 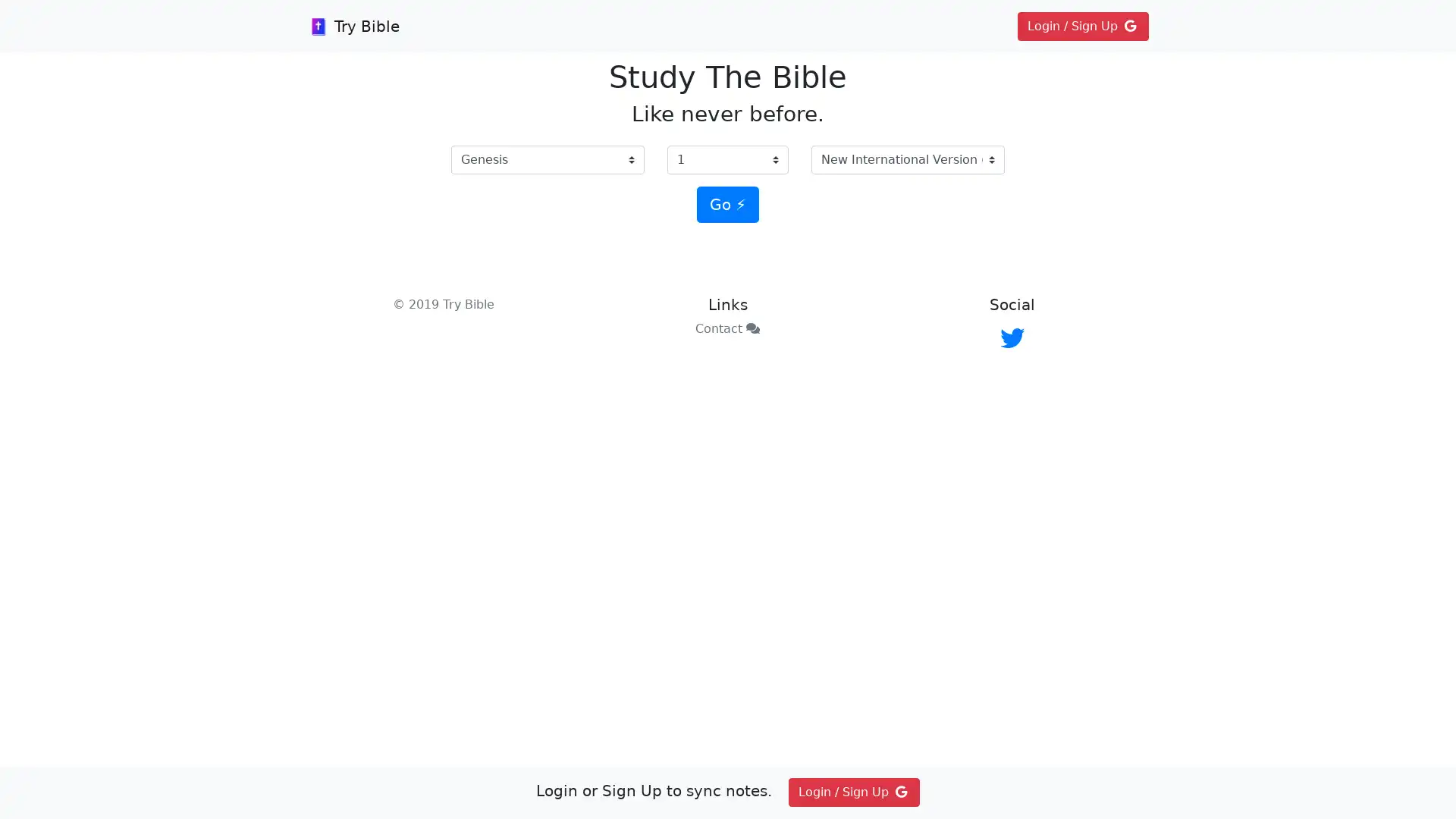 I want to click on Login / Sign Up, so click(x=854, y=792).